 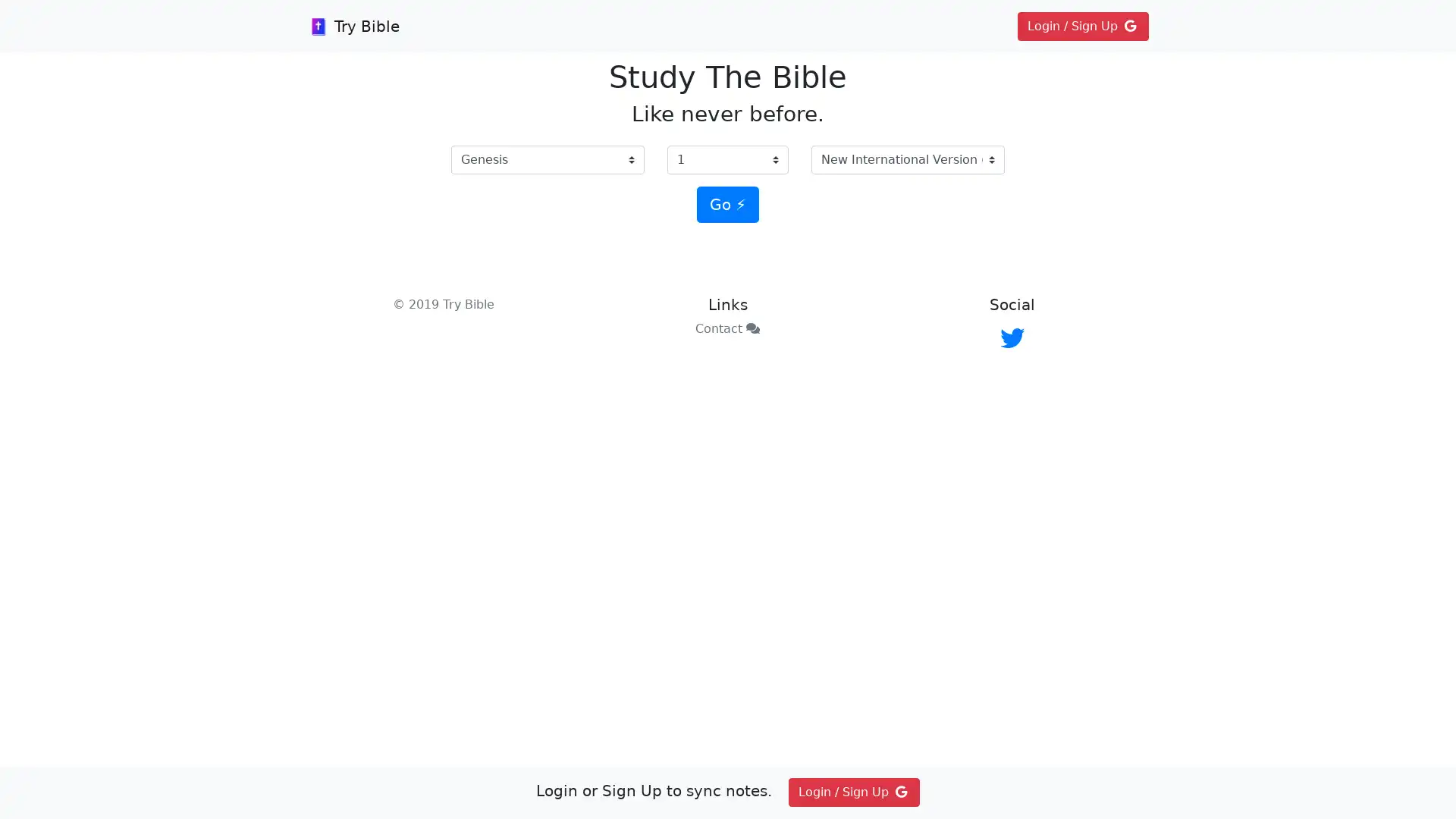 I want to click on Login / Sign Up, so click(x=854, y=792).